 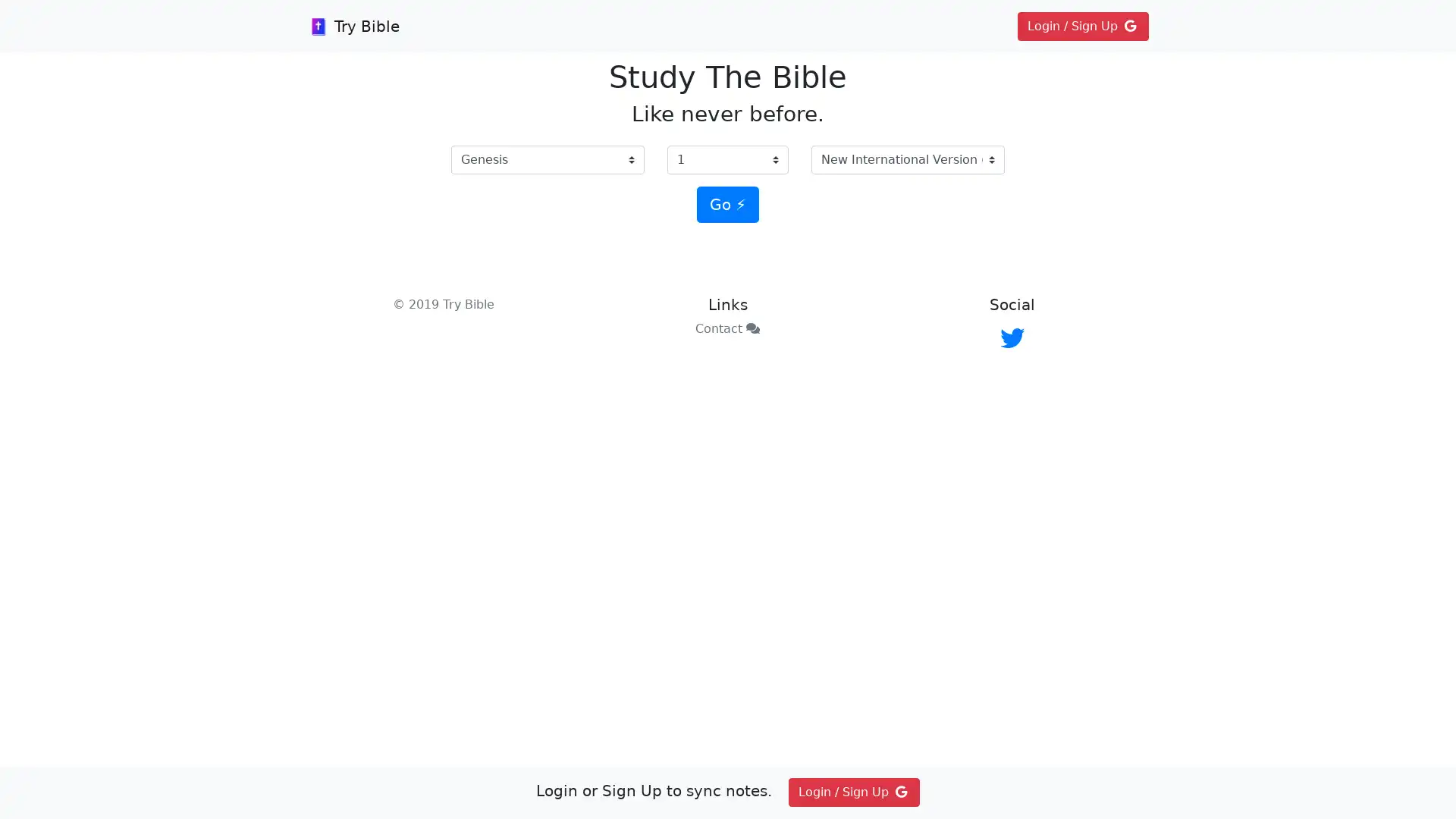 I want to click on Login / Sign Up, so click(x=854, y=792).